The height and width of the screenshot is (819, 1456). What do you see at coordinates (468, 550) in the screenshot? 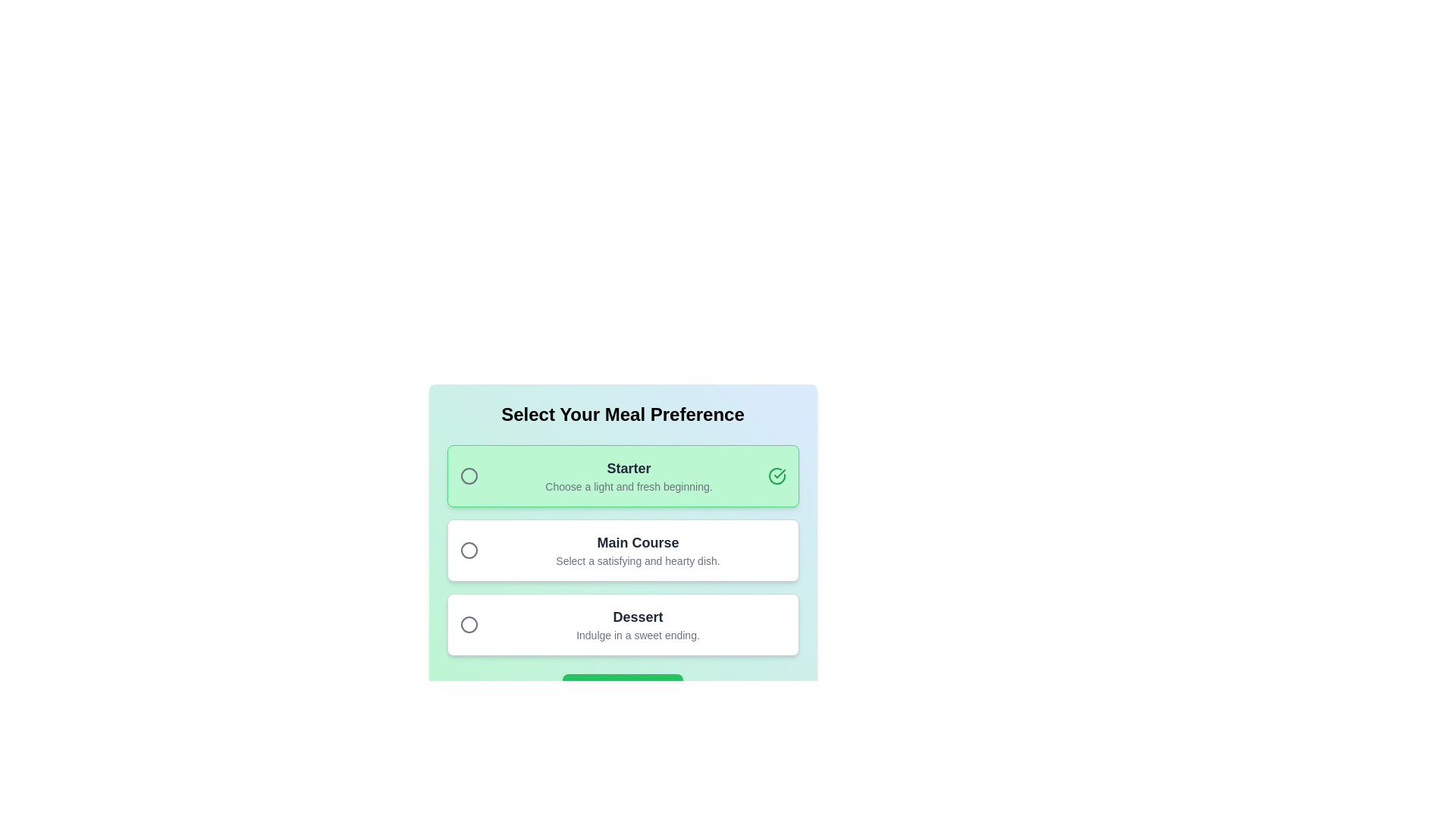
I see `the state of the circular icon with a small central dot and a thin outline, located within the 'Main Course' option of the meal preference selection panel` at bounding box center [468, 550].